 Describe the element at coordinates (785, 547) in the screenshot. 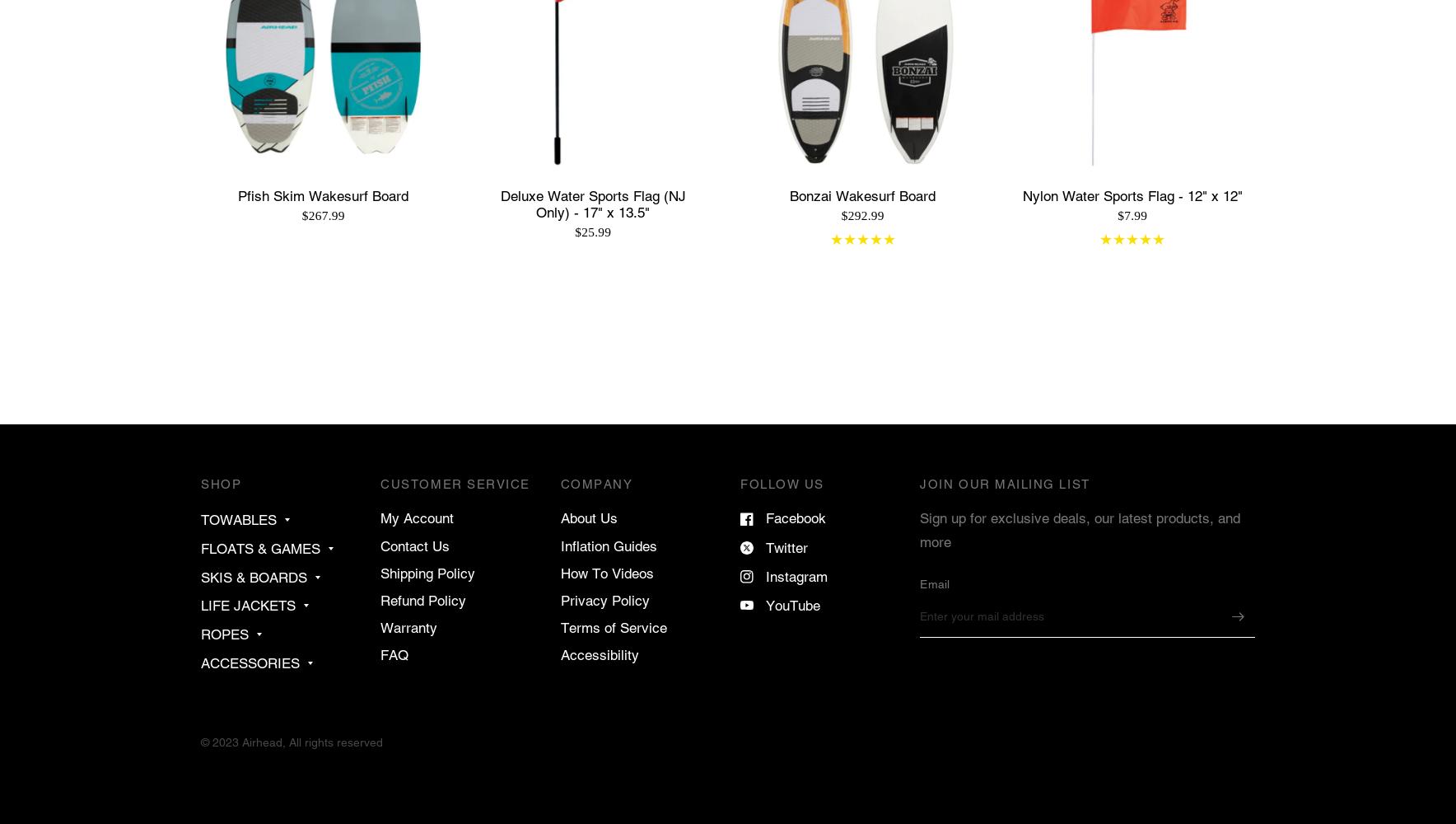

I see `'Twitter'` at that location.